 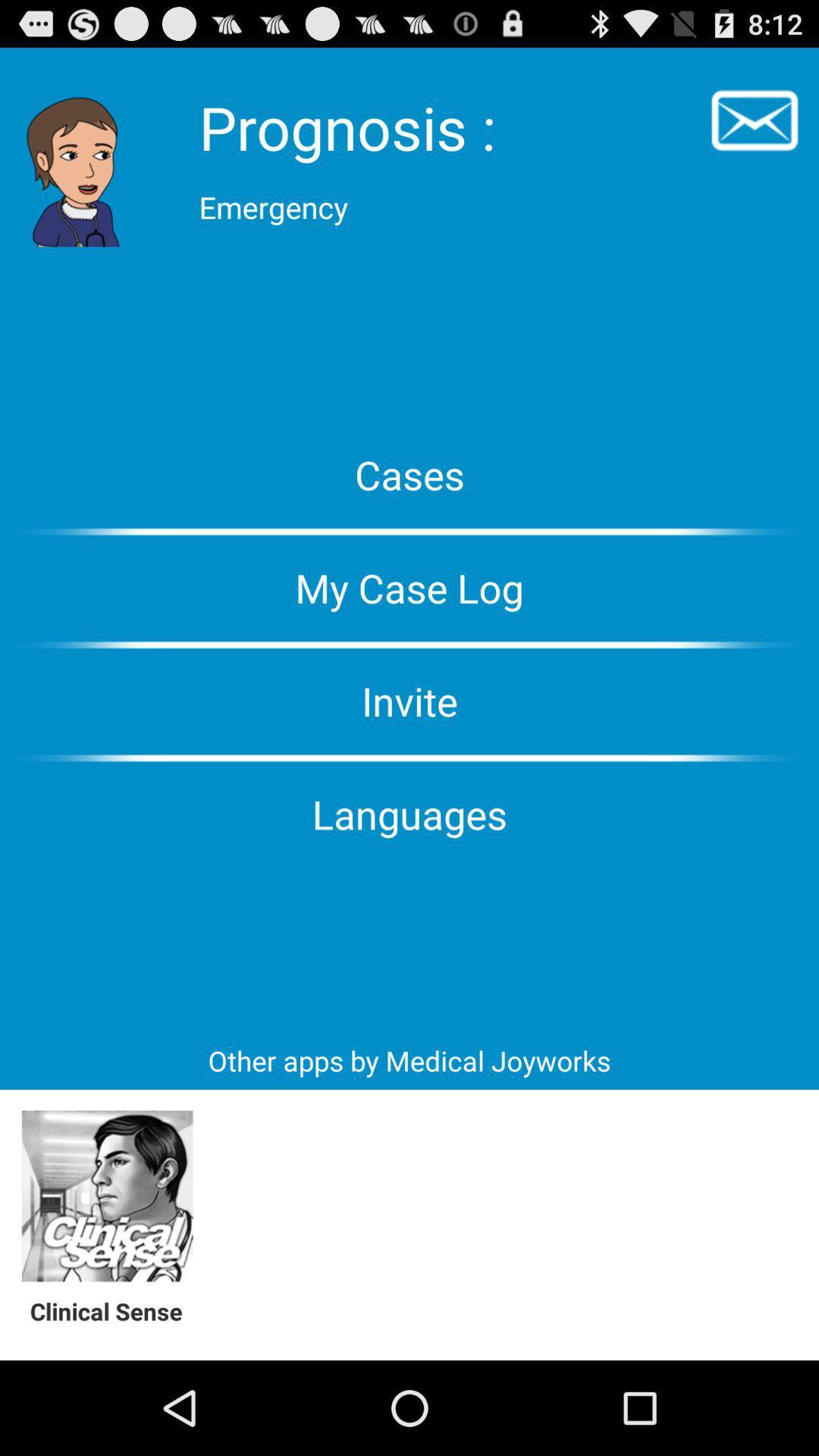 I want to click on the invite item, so click(x=409, y=700).